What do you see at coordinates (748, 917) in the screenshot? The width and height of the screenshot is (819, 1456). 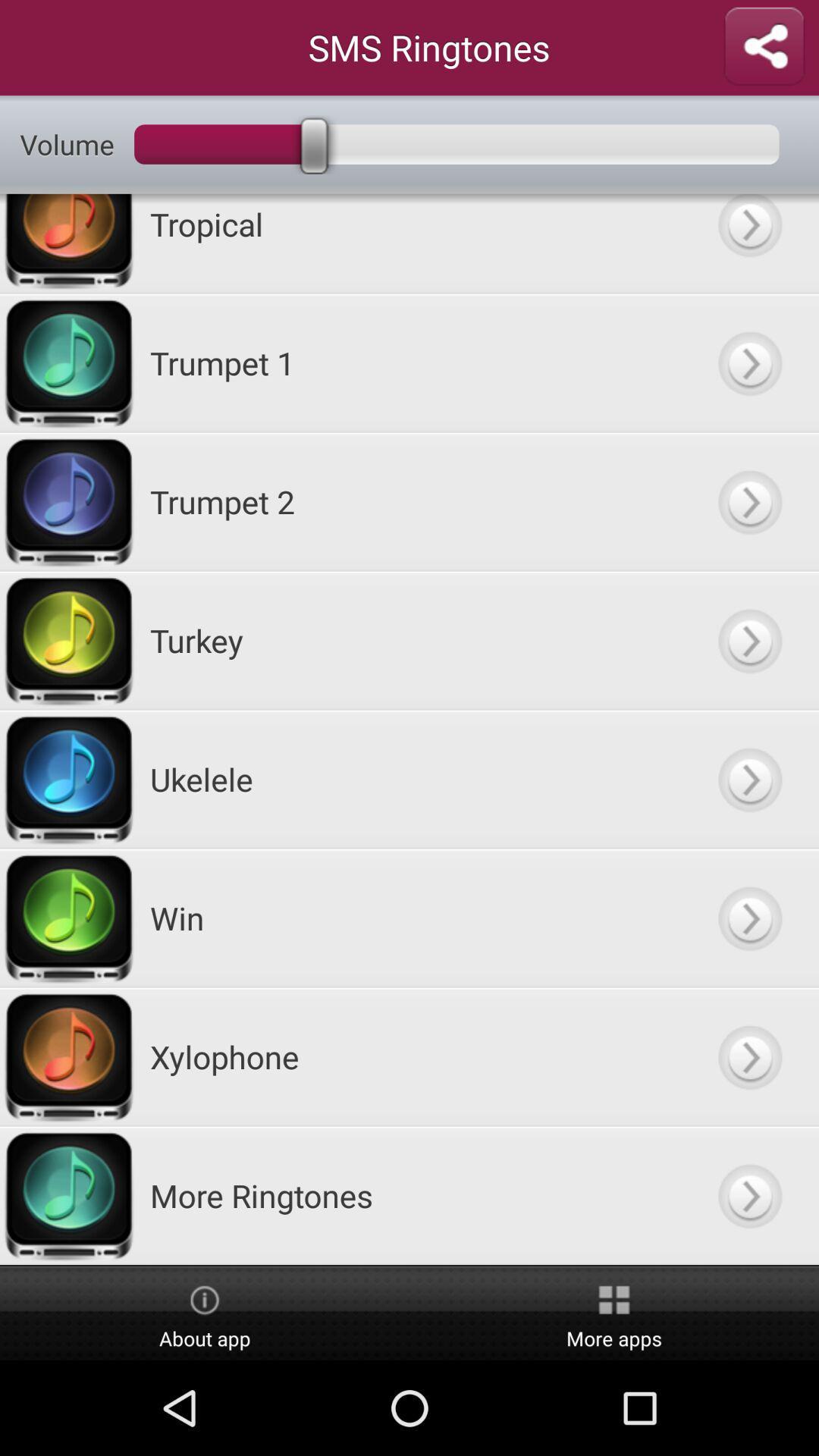 I see `navigate to win` at bounding box center [748, 917].